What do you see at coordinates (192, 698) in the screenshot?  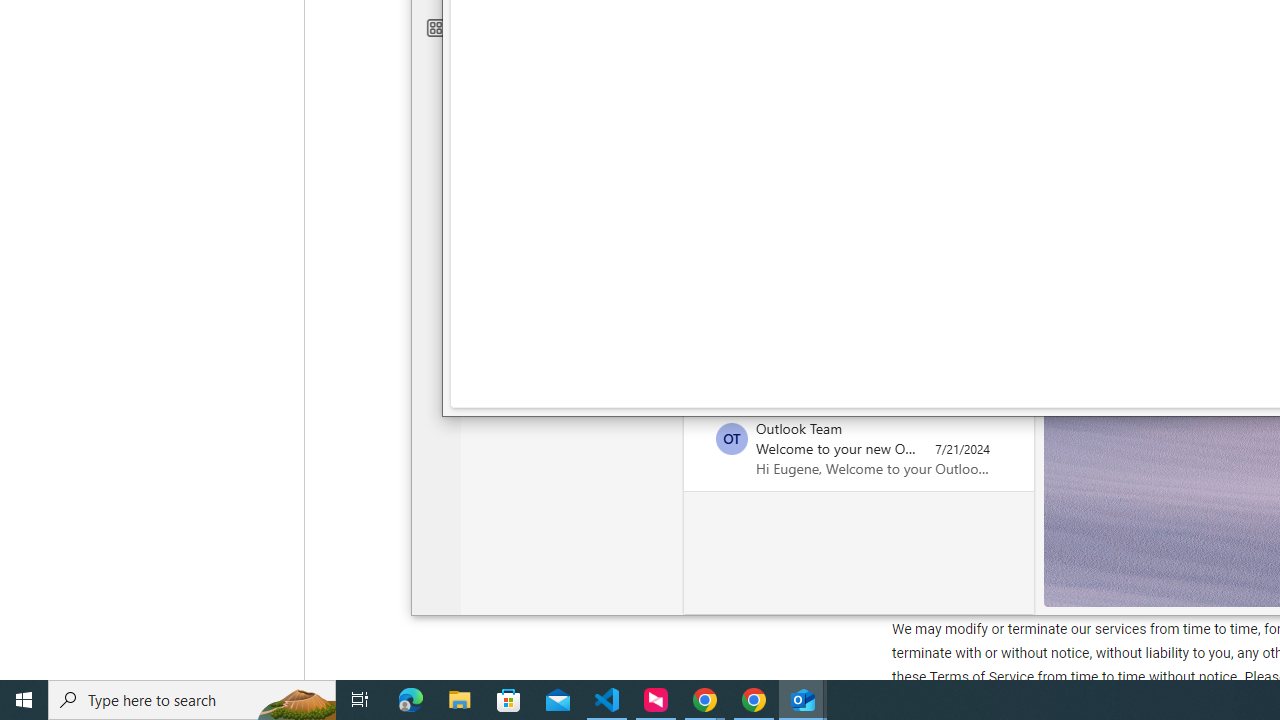 I see `'Type here to search'` at bounding box center [192, 698].